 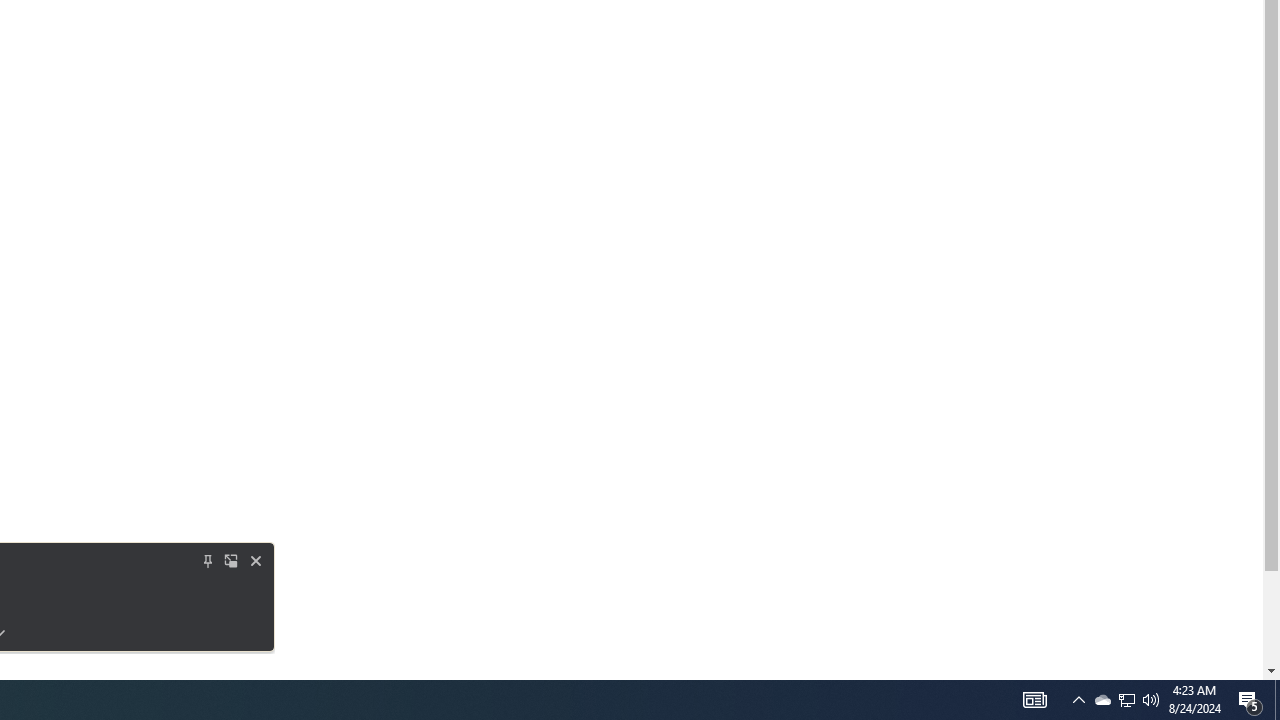 I want to click on 'Back to tab', so click(x=208, y=560).